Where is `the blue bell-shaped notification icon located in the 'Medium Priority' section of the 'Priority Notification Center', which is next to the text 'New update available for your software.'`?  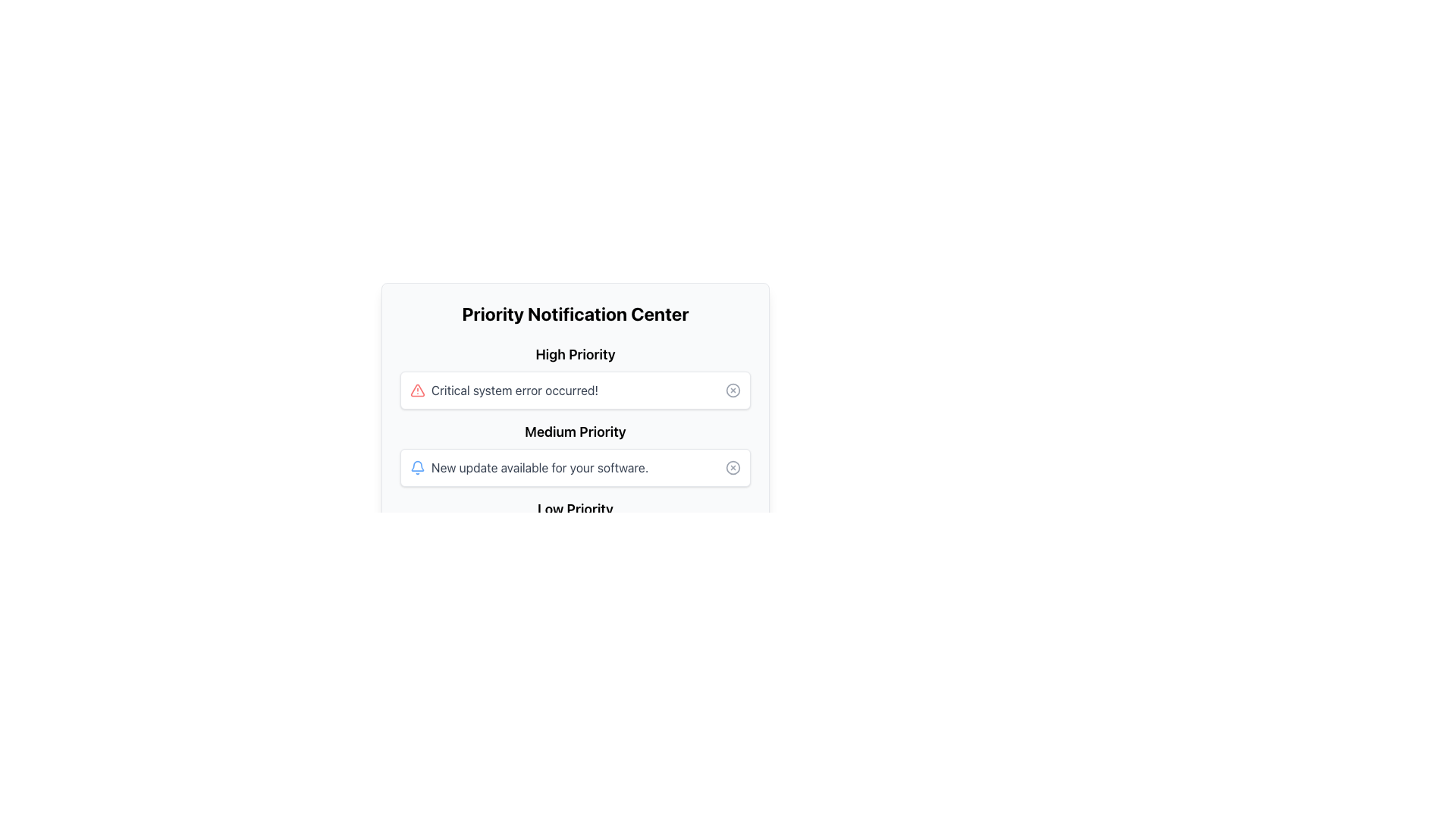
the blue bell-shaped notification icon located in the 'Medium Priority' section of the 'Priority Notification Center', which is next to the text 'New update available for your software.' is located at coordinates (418, 467).